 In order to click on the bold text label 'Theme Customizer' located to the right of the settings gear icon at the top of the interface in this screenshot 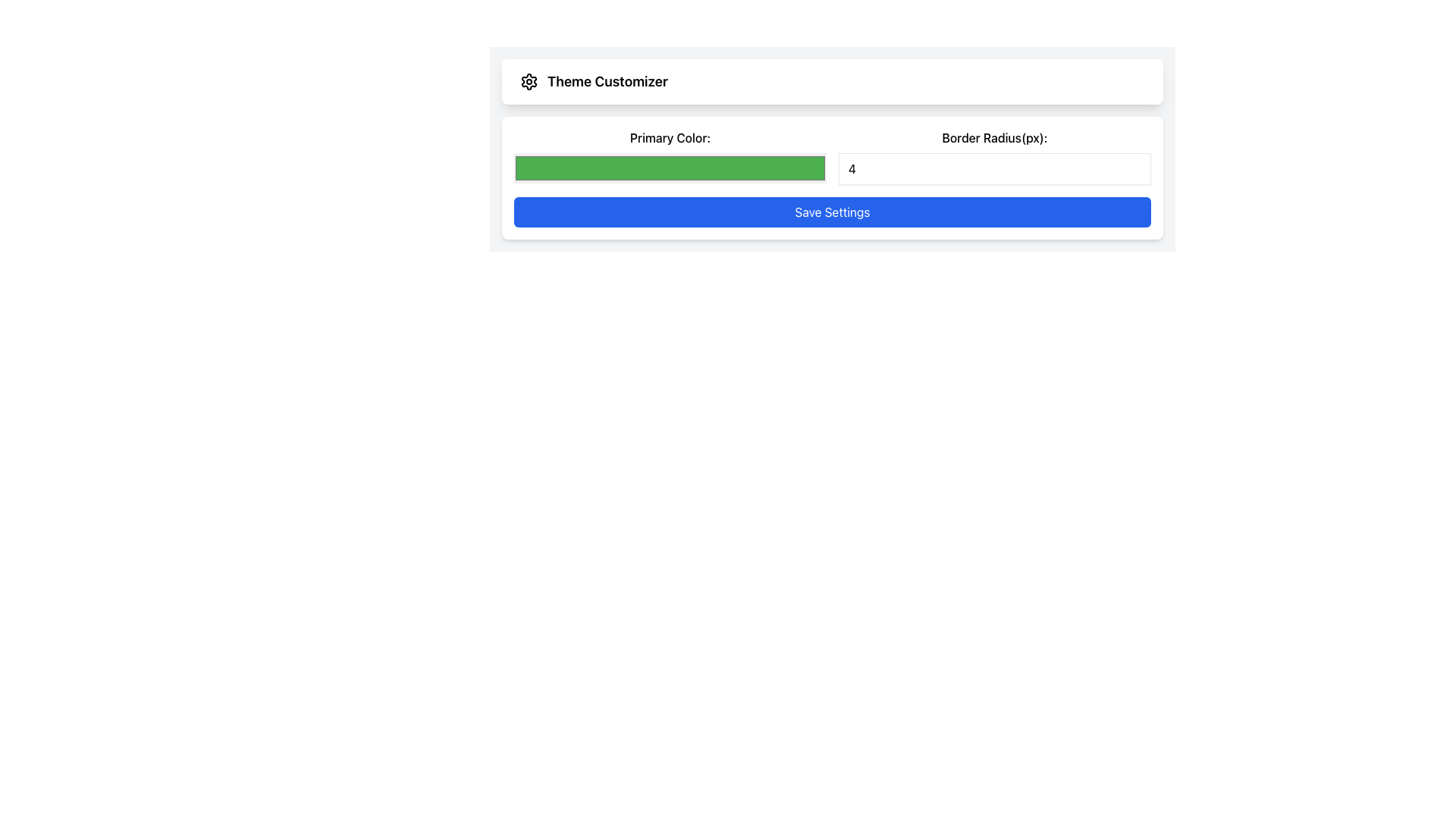, I will do `click(607, 82)`.